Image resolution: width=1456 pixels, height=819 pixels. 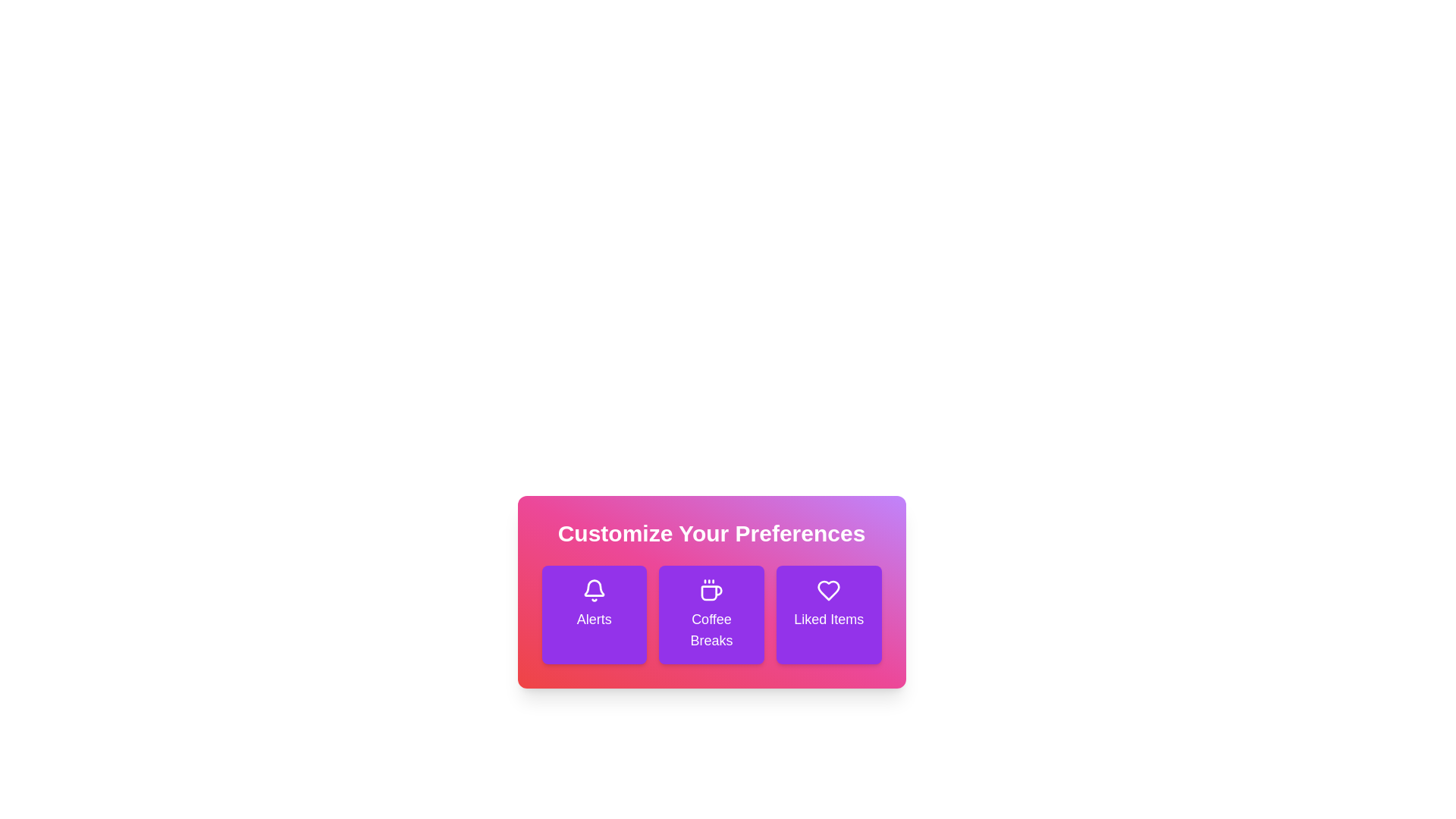 What do you see at coordinates (828, 590) in the screenshot?
I see `the heart-shaped icon with a thin outline, styled in white on a purple background, located at the center top of the 'Liked Items' tile to interact with the 'Liked Items' feature` at bounding box center [828, 590].